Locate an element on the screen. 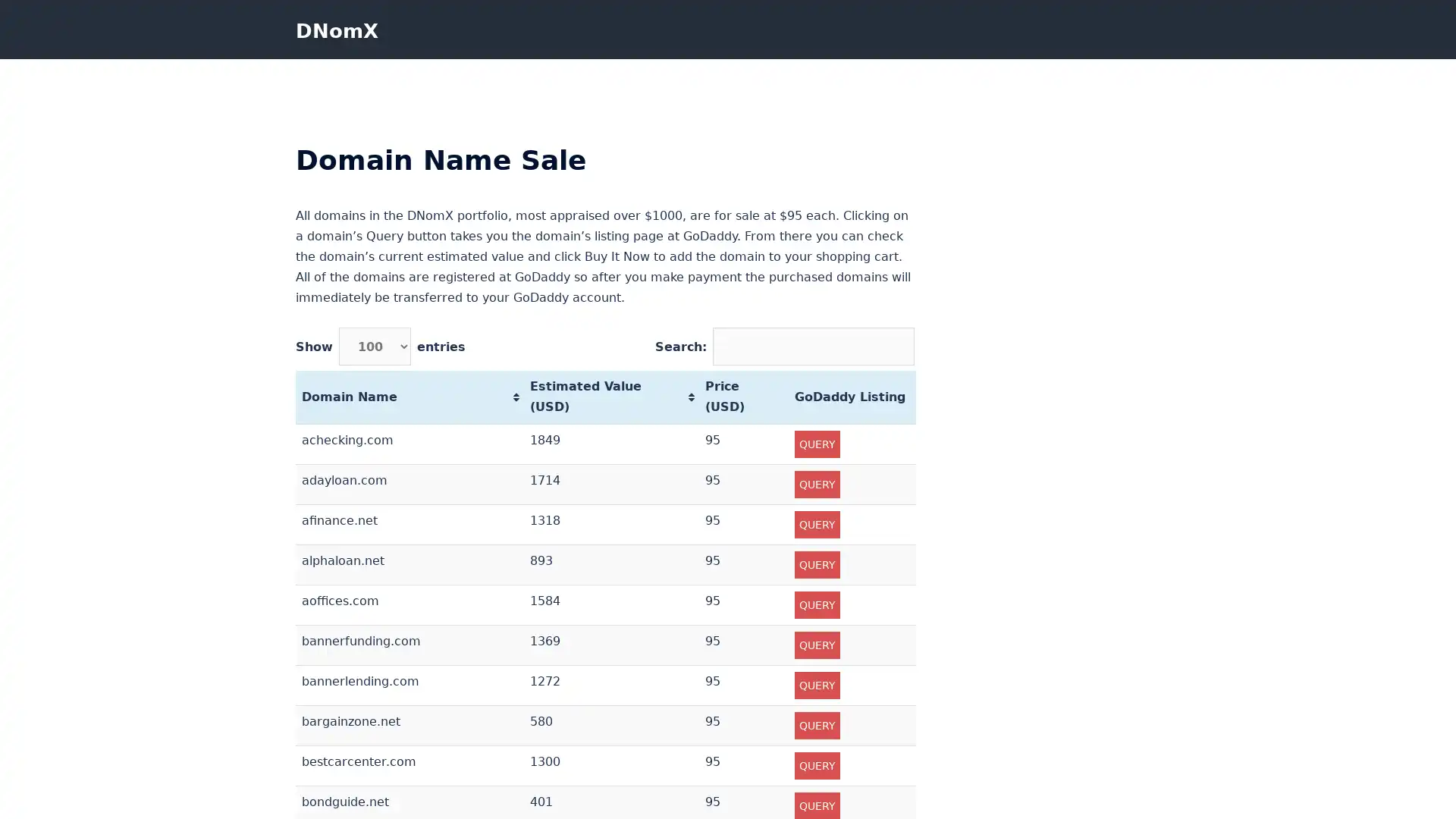  QUERY is located at coordinates (815, 523).